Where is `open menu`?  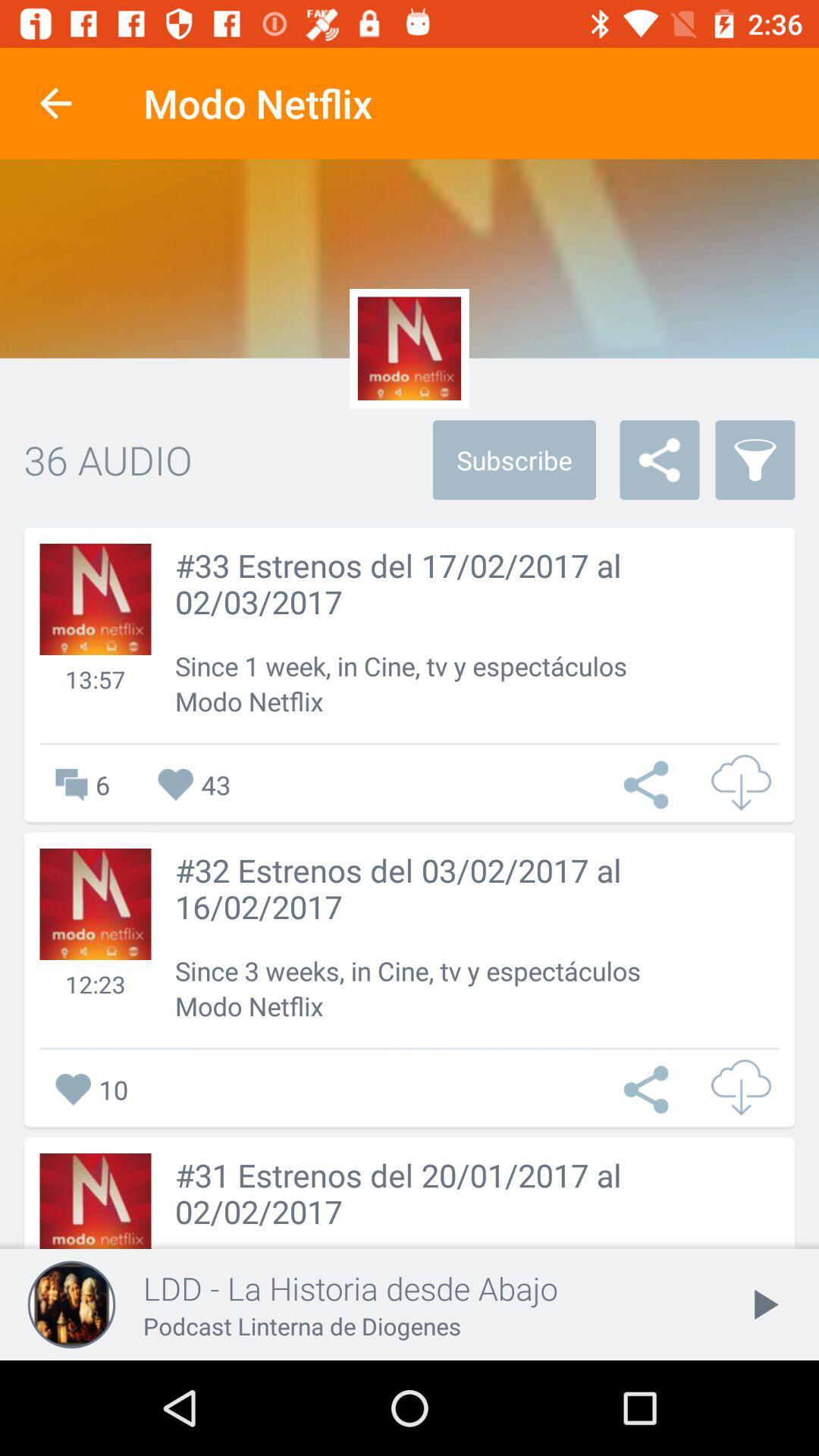
open menu is located at coordinates (649, 785).